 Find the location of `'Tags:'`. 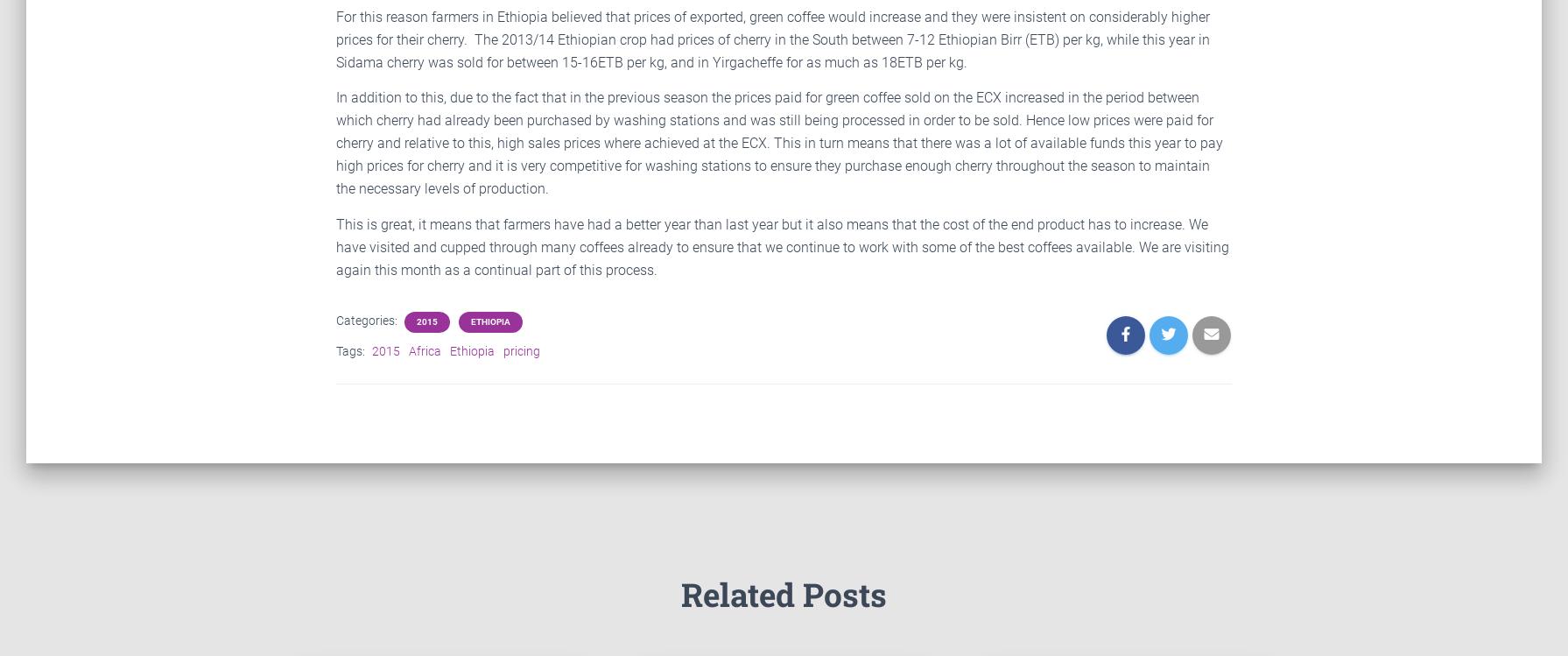

'Tags:' is located at coordinates (352, 350).